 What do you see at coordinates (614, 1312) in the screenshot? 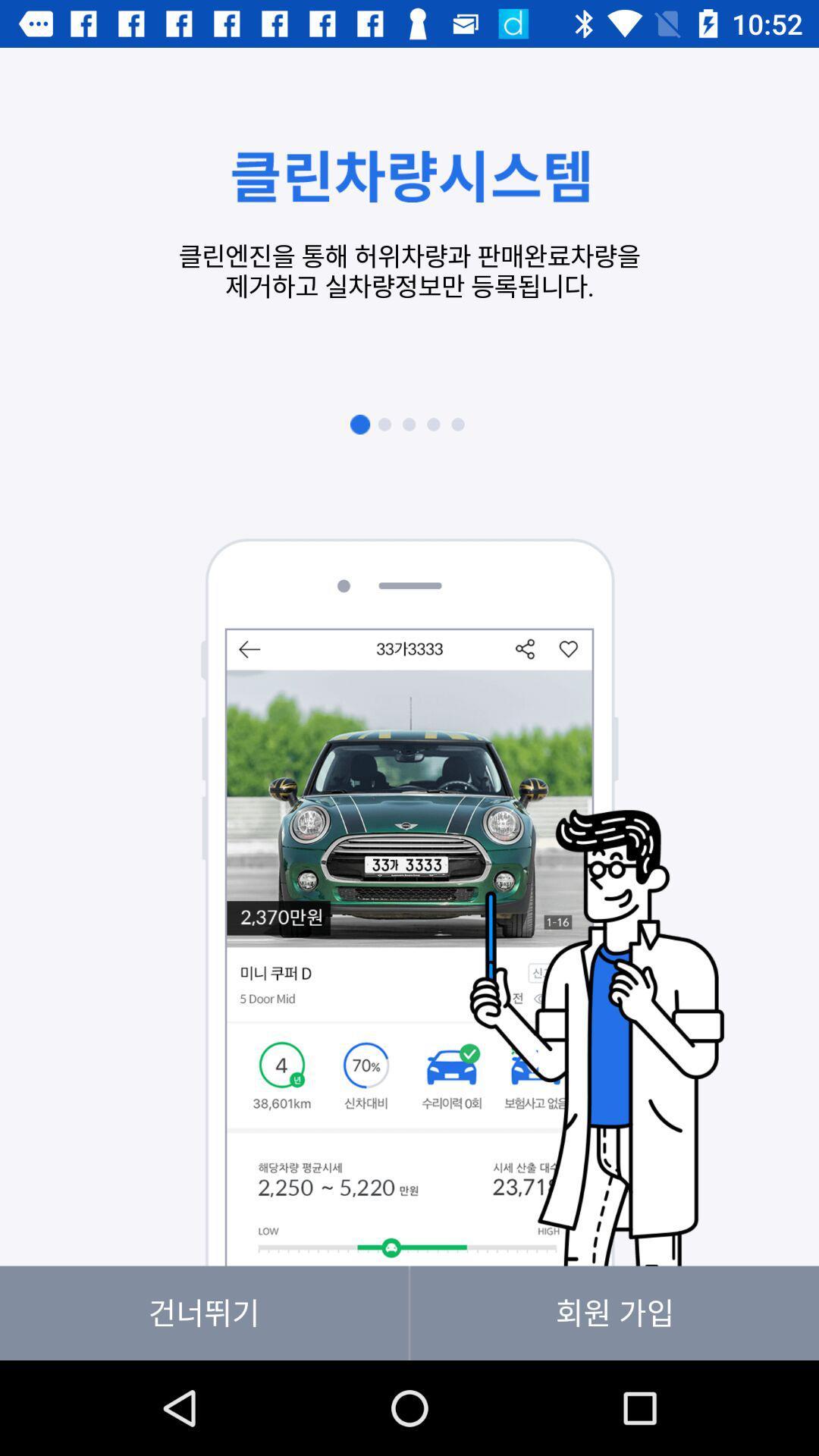
I see `item at the bottom right corner` at bounding box center [614, 1312].